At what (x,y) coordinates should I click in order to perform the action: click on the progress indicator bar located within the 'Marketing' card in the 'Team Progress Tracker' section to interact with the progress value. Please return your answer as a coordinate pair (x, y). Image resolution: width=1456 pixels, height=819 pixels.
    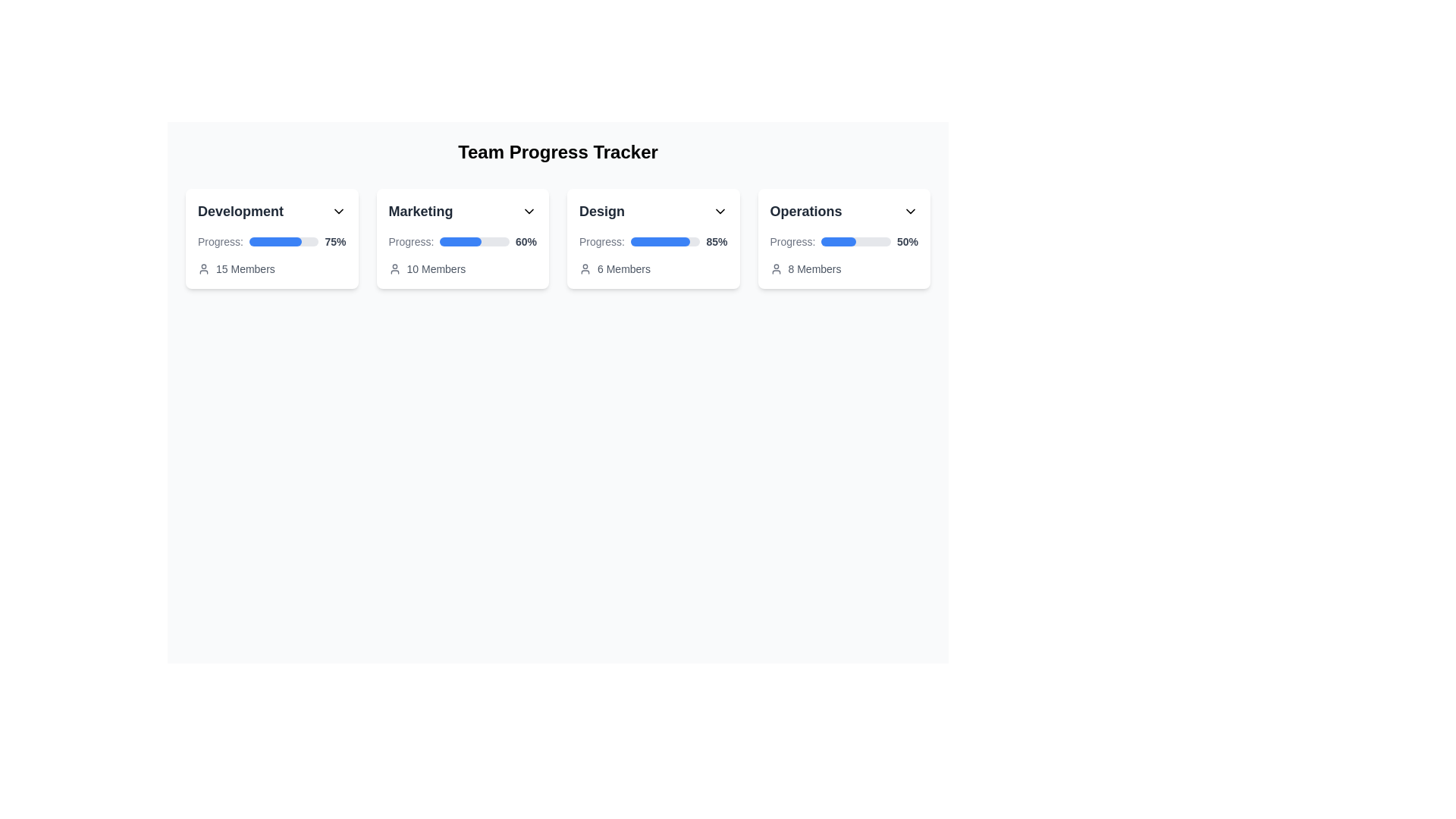
    Looking at the image, I should click on (462, 241).